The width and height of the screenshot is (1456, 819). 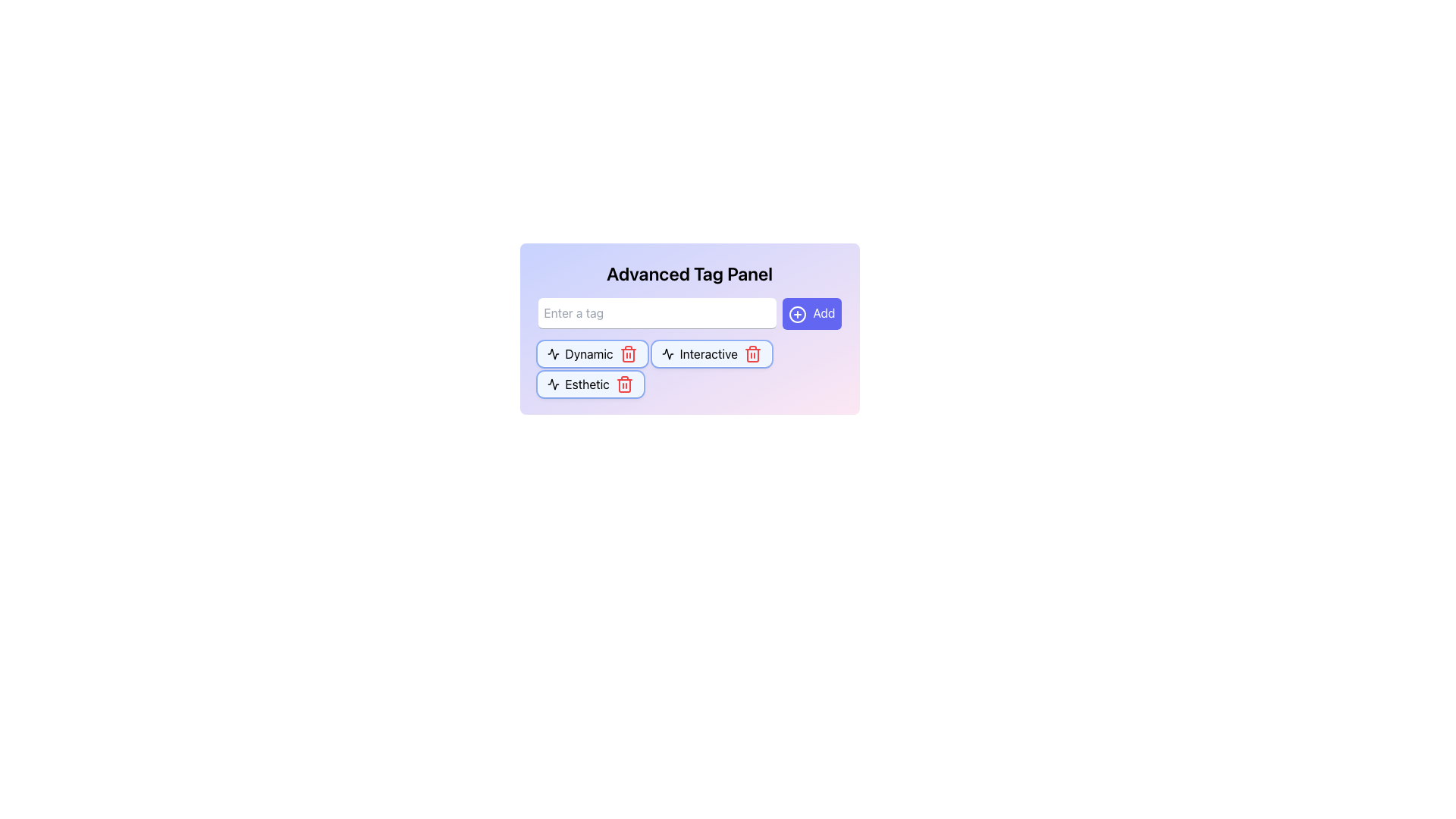 What do you see at coordinates (591, 353) in the screenshot?
I see `'Dynamic' button, which is a rounded rectangular button with a light blue background, located below the input field in the 'Advanced Tag Panel'` at bounding box center [591, 353].